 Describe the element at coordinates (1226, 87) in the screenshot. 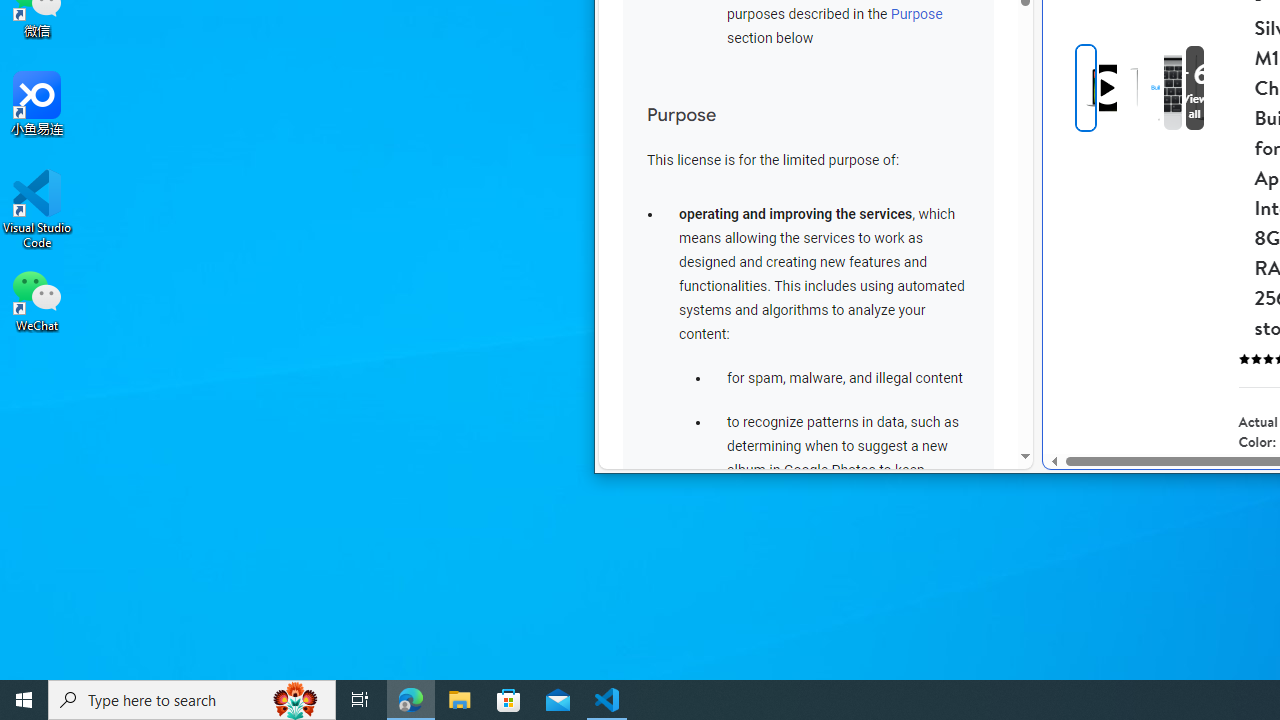

I see `'View all media'` at that location.